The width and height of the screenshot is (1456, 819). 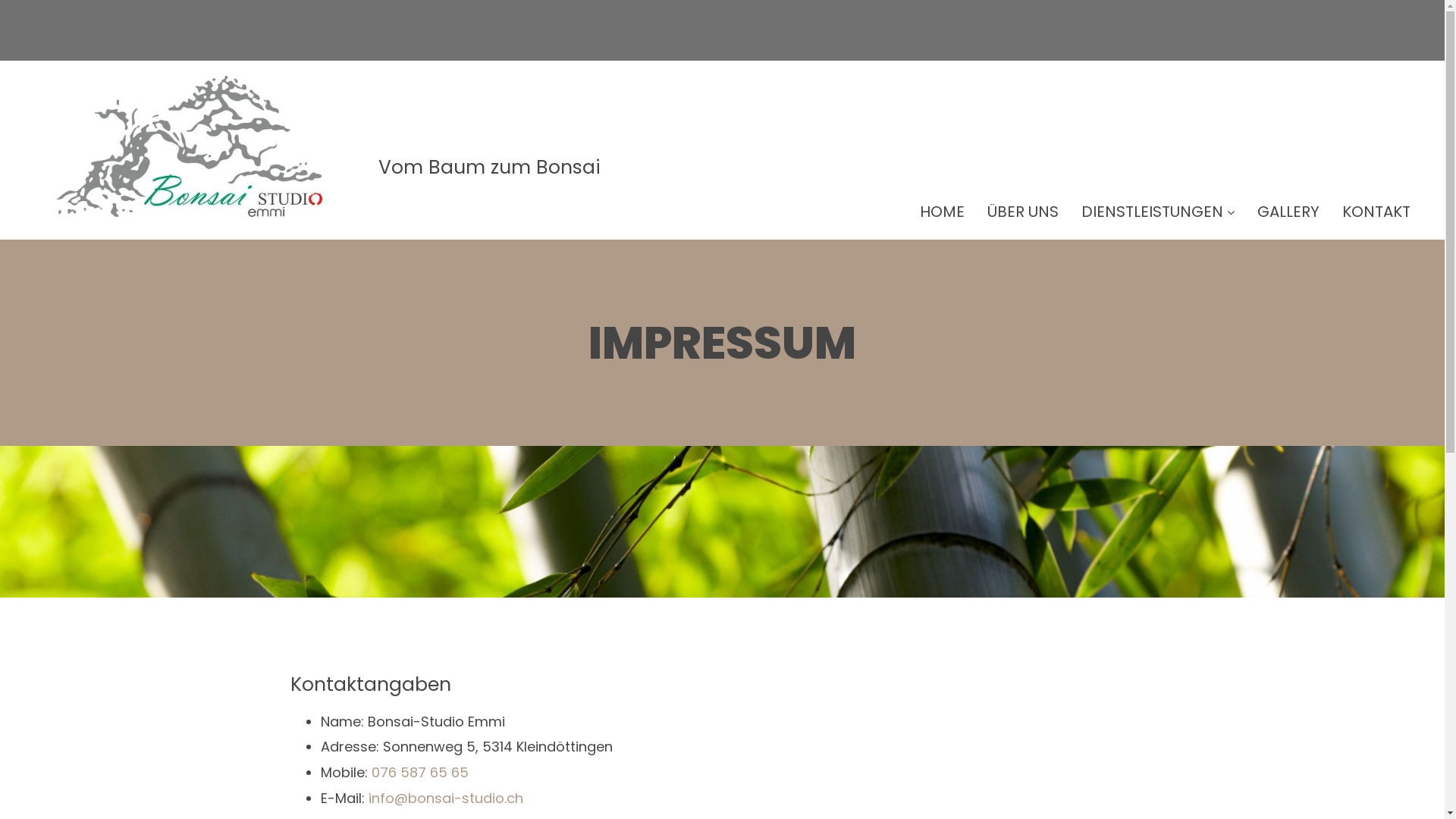 What do you see at coordinates (445, 797) in the screenshot?
I see `'info@bonsai-studio.ch'` at bounding box center [445, 797].